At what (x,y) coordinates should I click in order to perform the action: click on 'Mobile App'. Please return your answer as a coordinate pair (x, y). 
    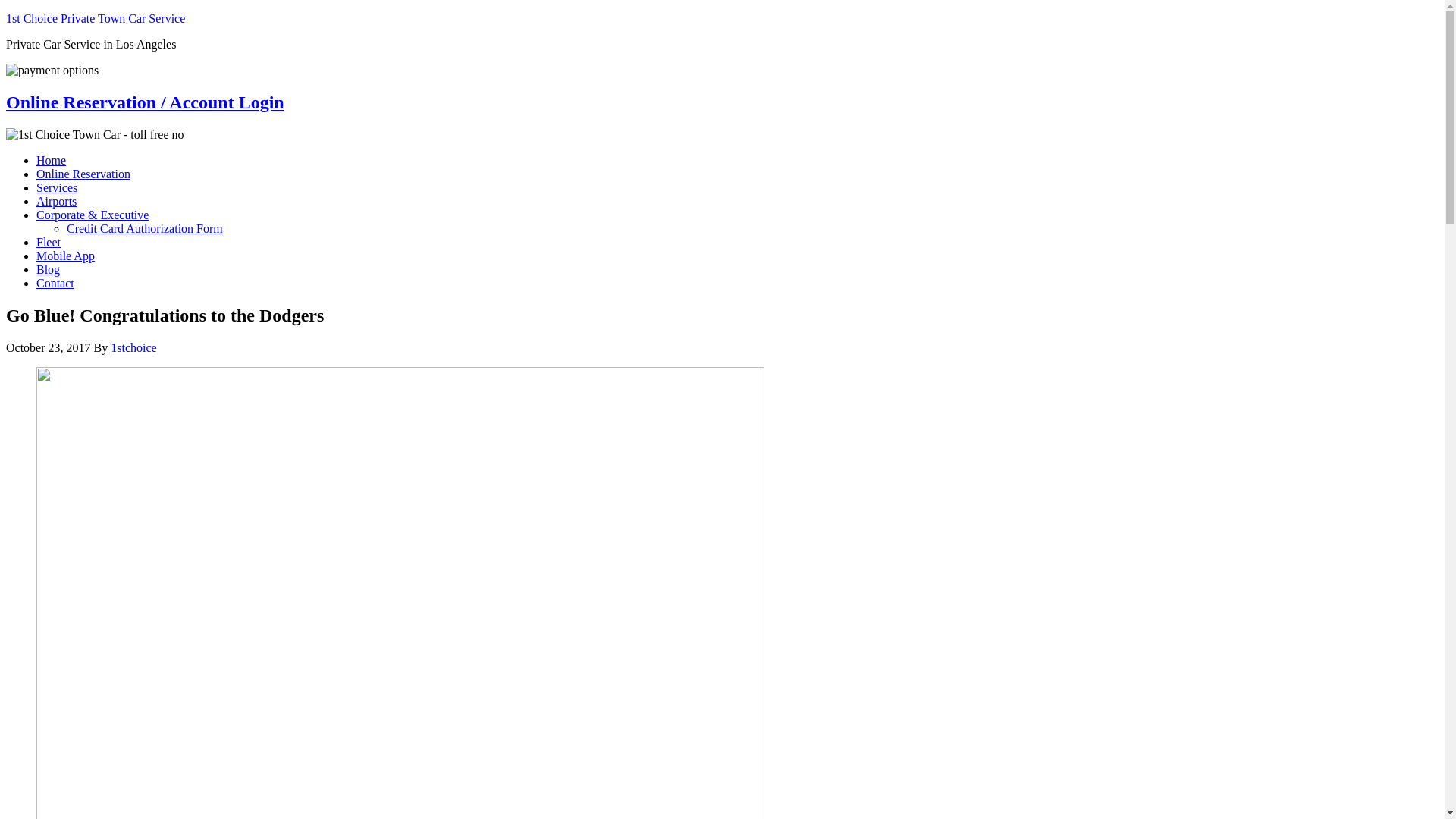
    Looking at the image, I should click on (64, 255).